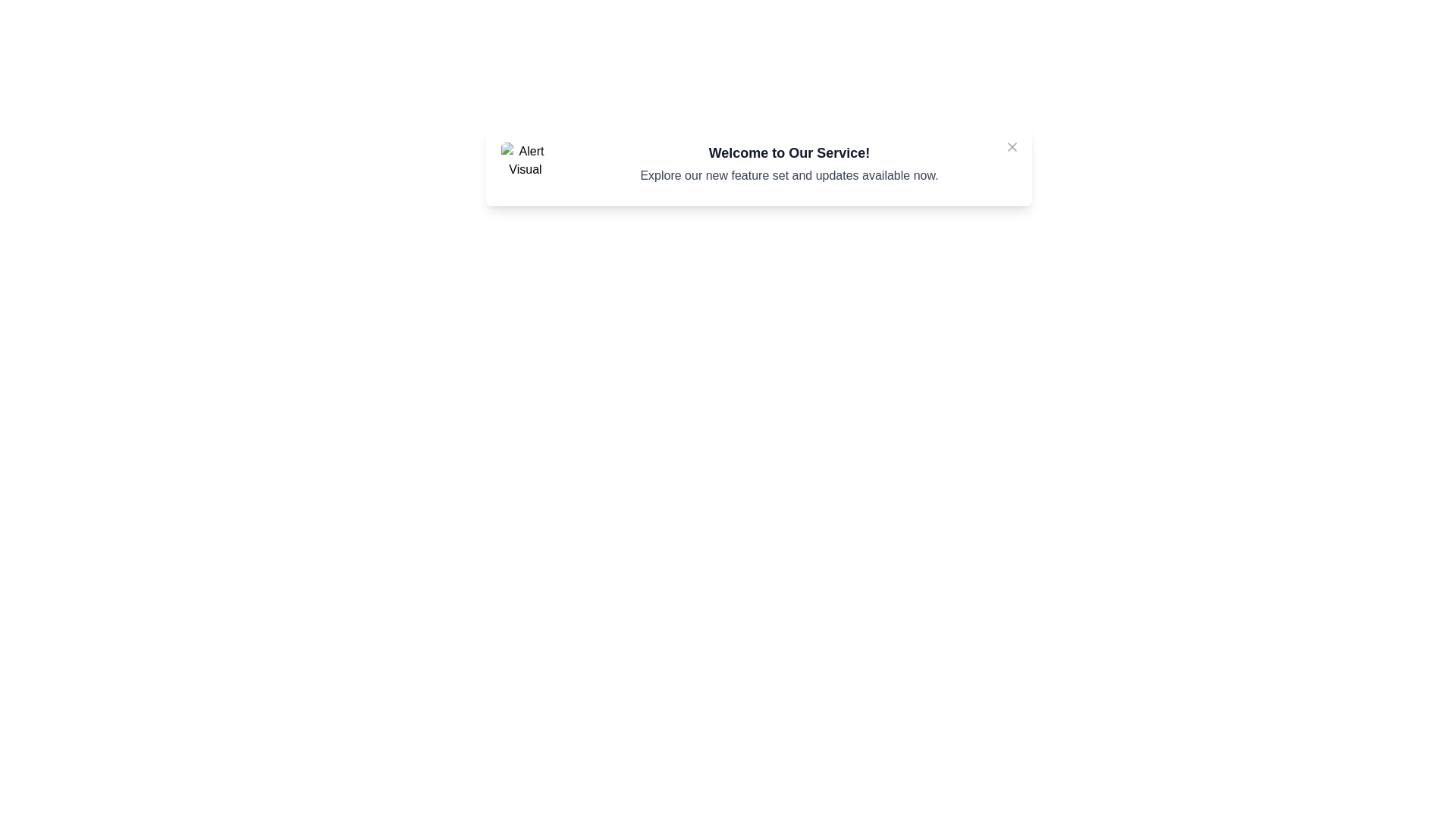  I want to click on the close icon to close the alert panel, so click(1012, 146).